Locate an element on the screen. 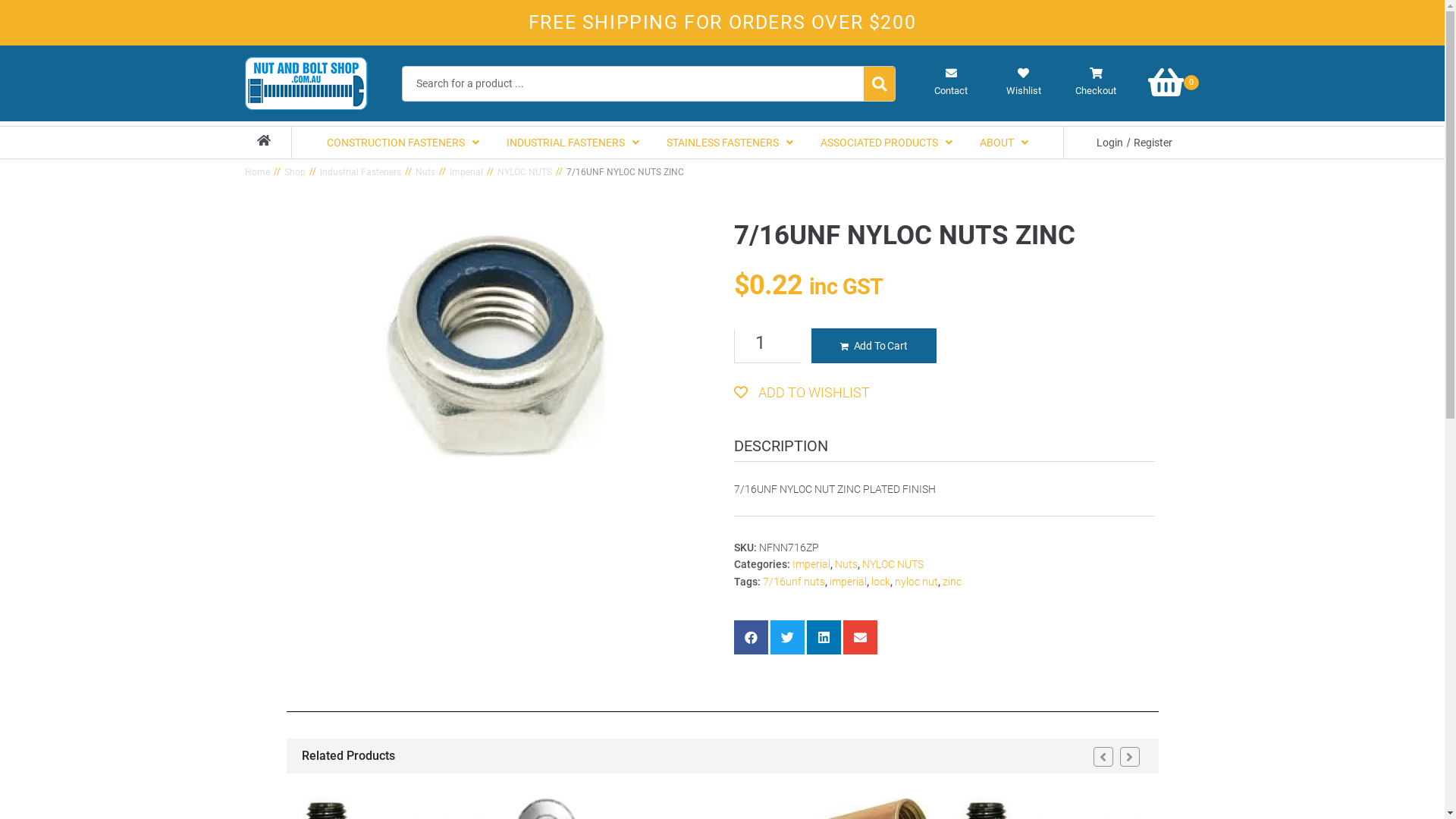 This screenshot has height=819, width=1456. 'Imperial' is located at coordinates (810, 564).